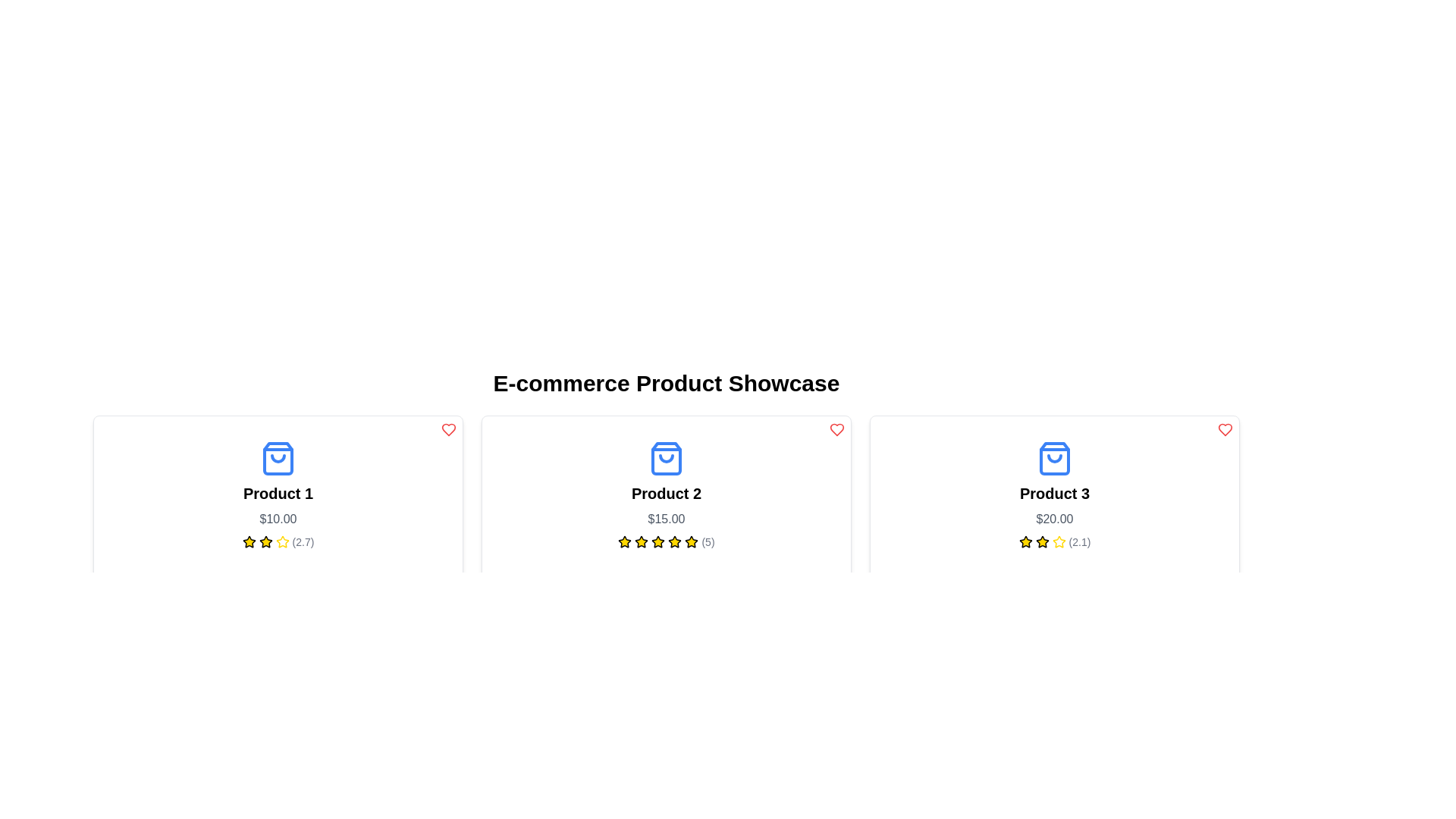  What do you see at coordinates (666, 494) in the screenshot?
I see `the text 'Product 2' located in the central product card, positioned below a shopping bag icon and above a price label and rating stars` at bounding box center [666, 494].